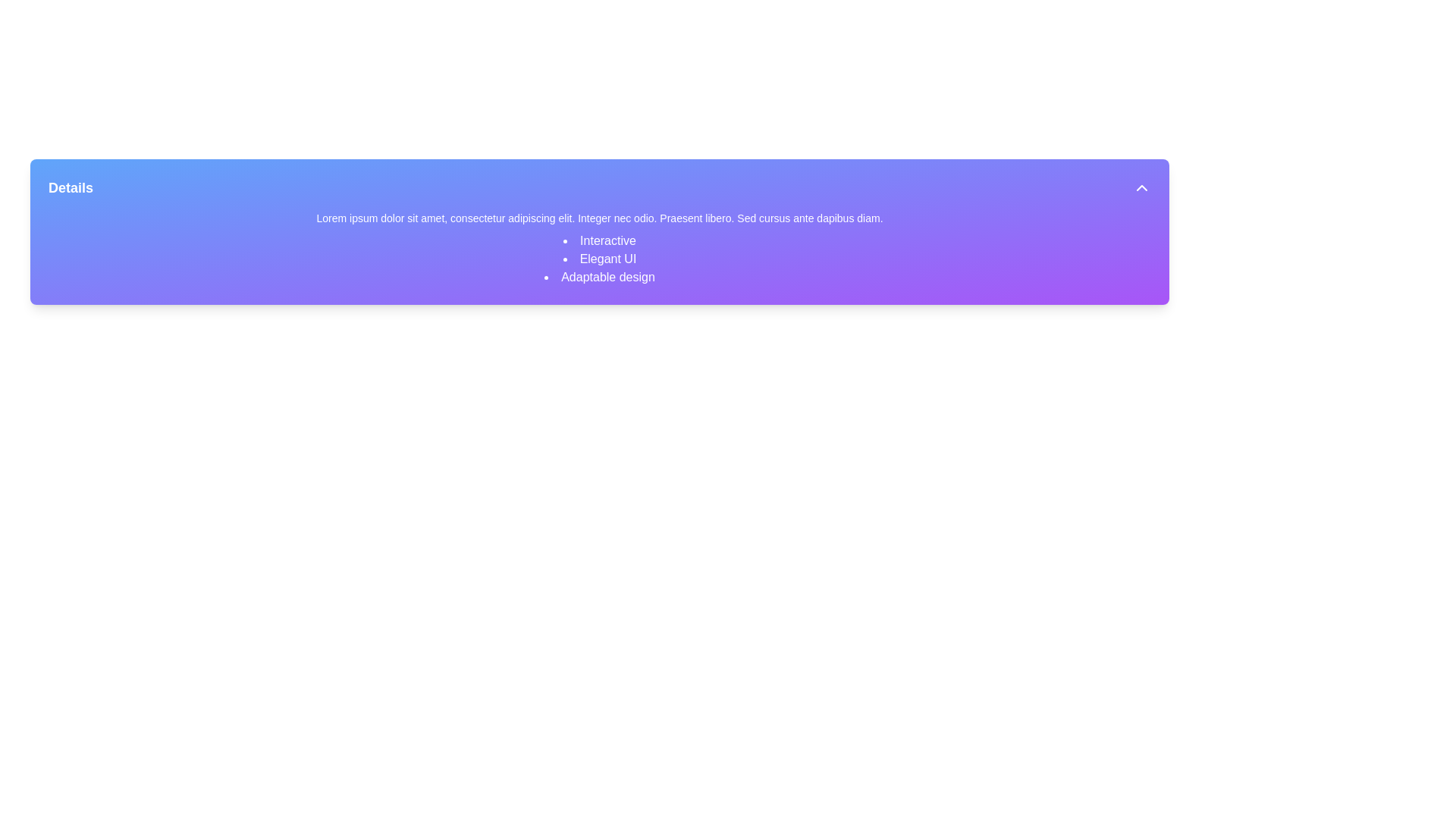  What do you see at coordinates (599, 240) in the screenshot?
I see `the first item in the bullet list labeled 'Interactive' which is a Text label describing characteristics or features` at bounding box center [599, 240].